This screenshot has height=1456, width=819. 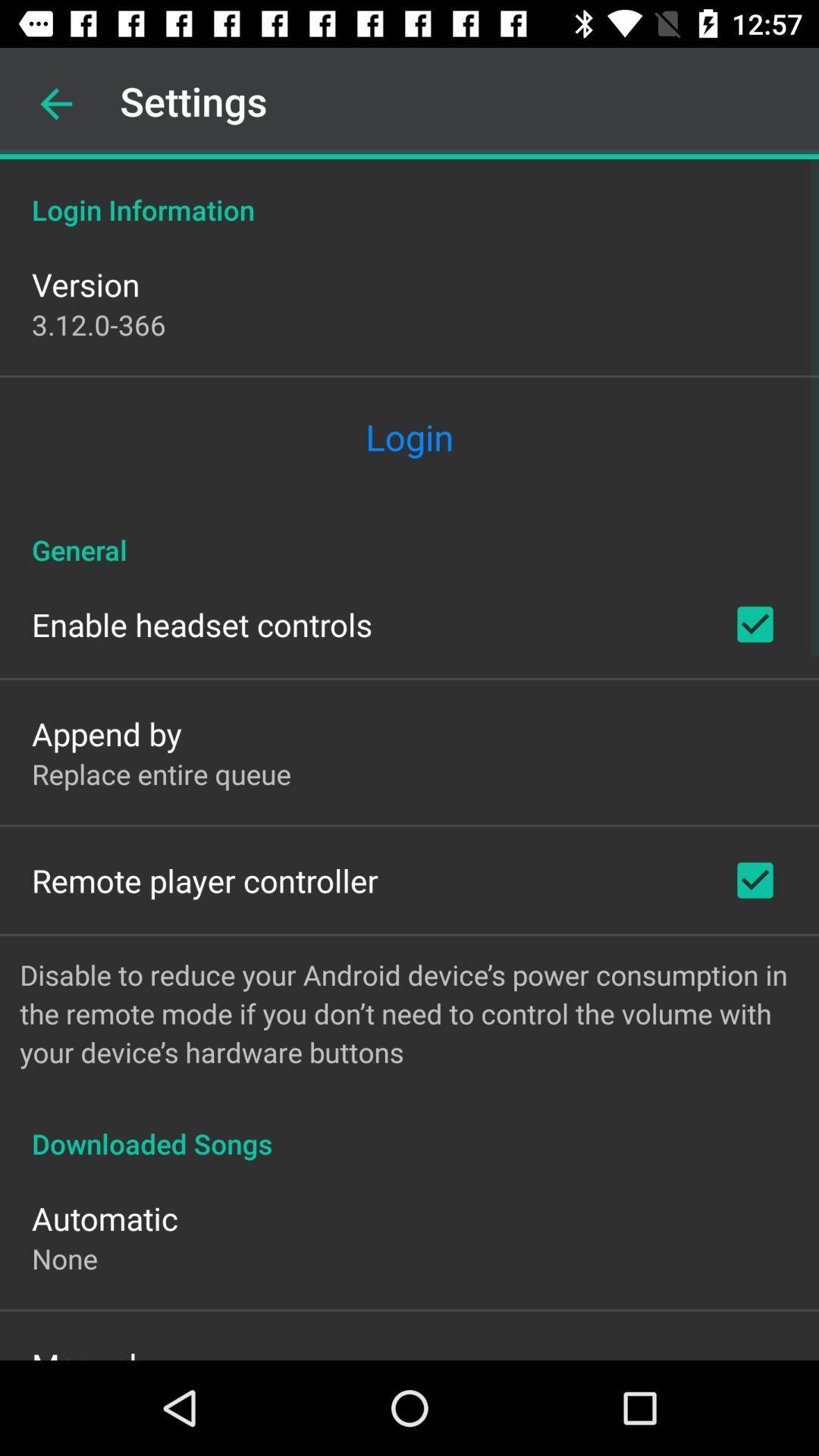 I want to click on item below downloaded songs, so click(x=104, y=1218).